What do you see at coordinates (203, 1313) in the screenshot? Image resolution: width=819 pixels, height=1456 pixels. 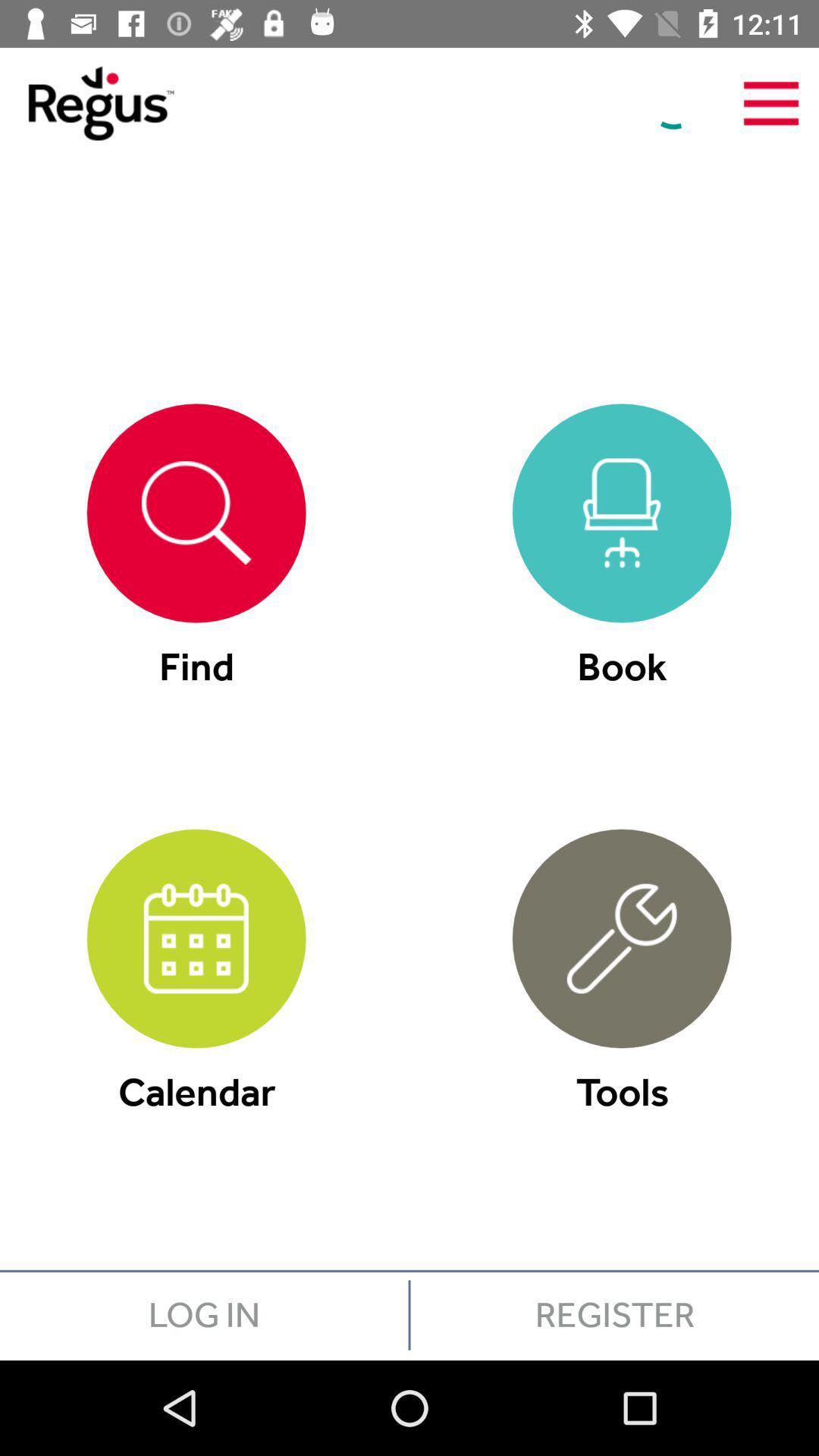 I see `the item below calendar` at bounding box center [203, 1313].